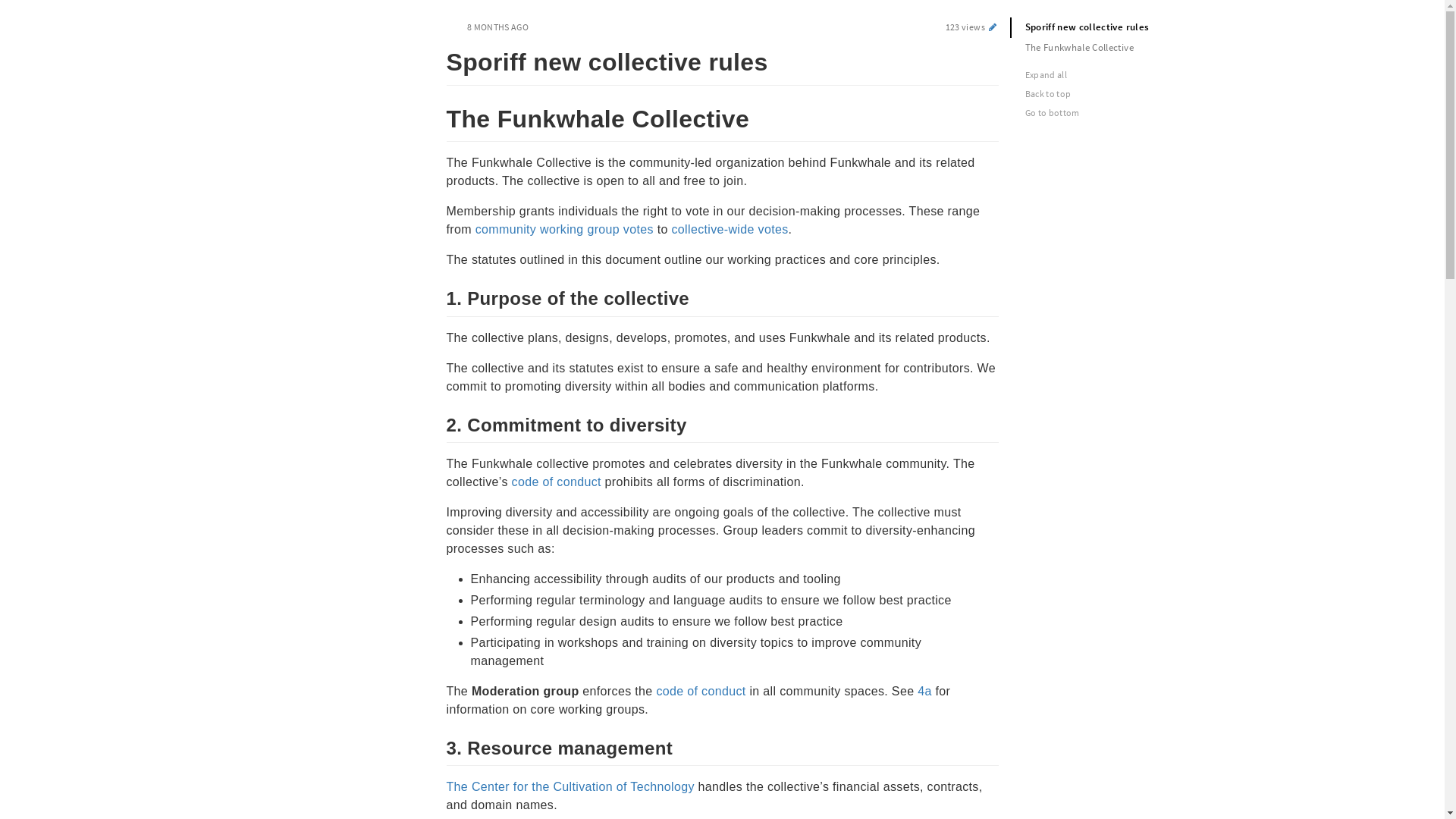  I want to click on 'code of conduct', so click(699, 691).